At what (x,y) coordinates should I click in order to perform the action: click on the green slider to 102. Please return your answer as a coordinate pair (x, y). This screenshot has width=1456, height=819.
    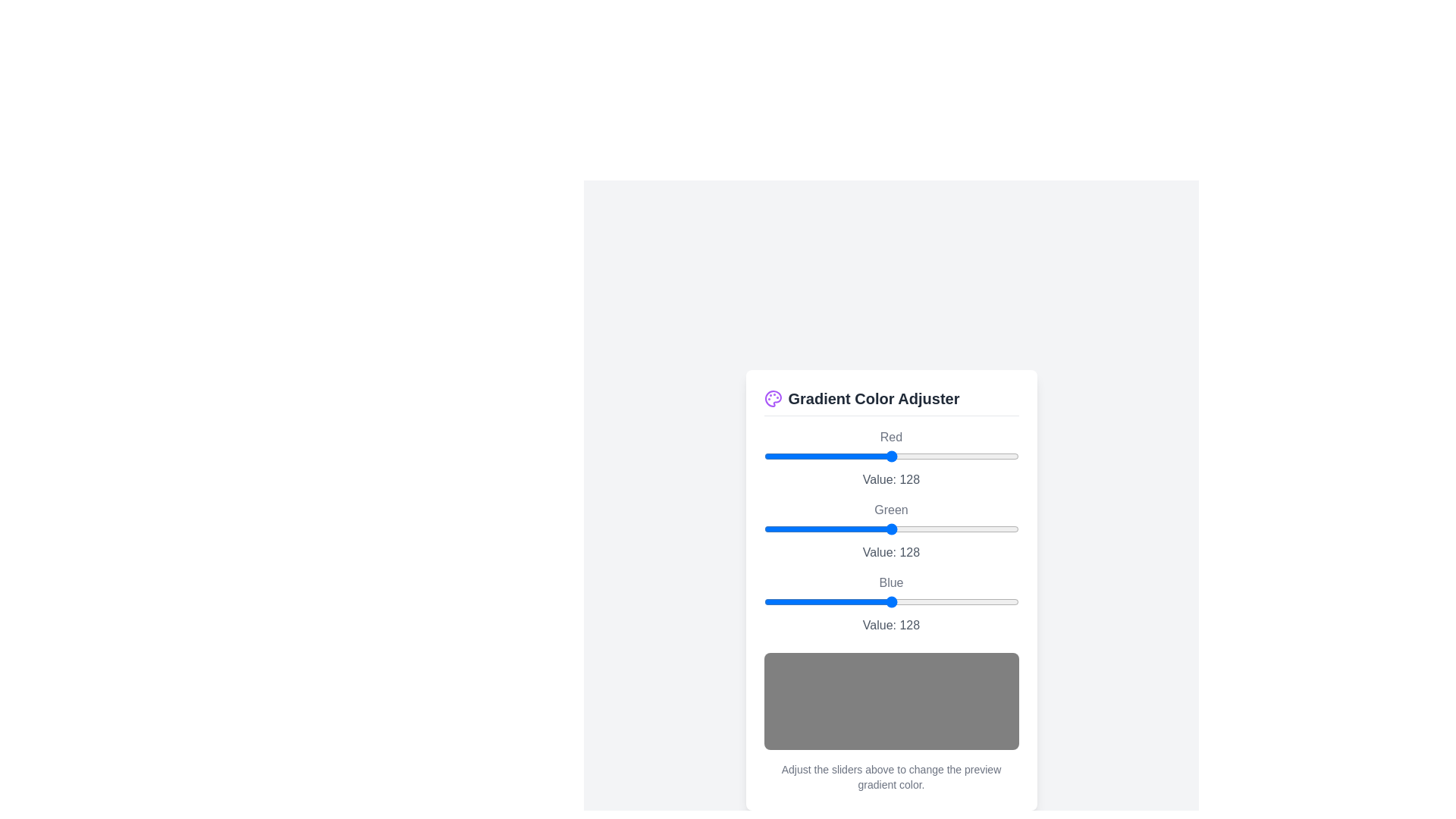
    Looking at the image, I should click on (865, 528).